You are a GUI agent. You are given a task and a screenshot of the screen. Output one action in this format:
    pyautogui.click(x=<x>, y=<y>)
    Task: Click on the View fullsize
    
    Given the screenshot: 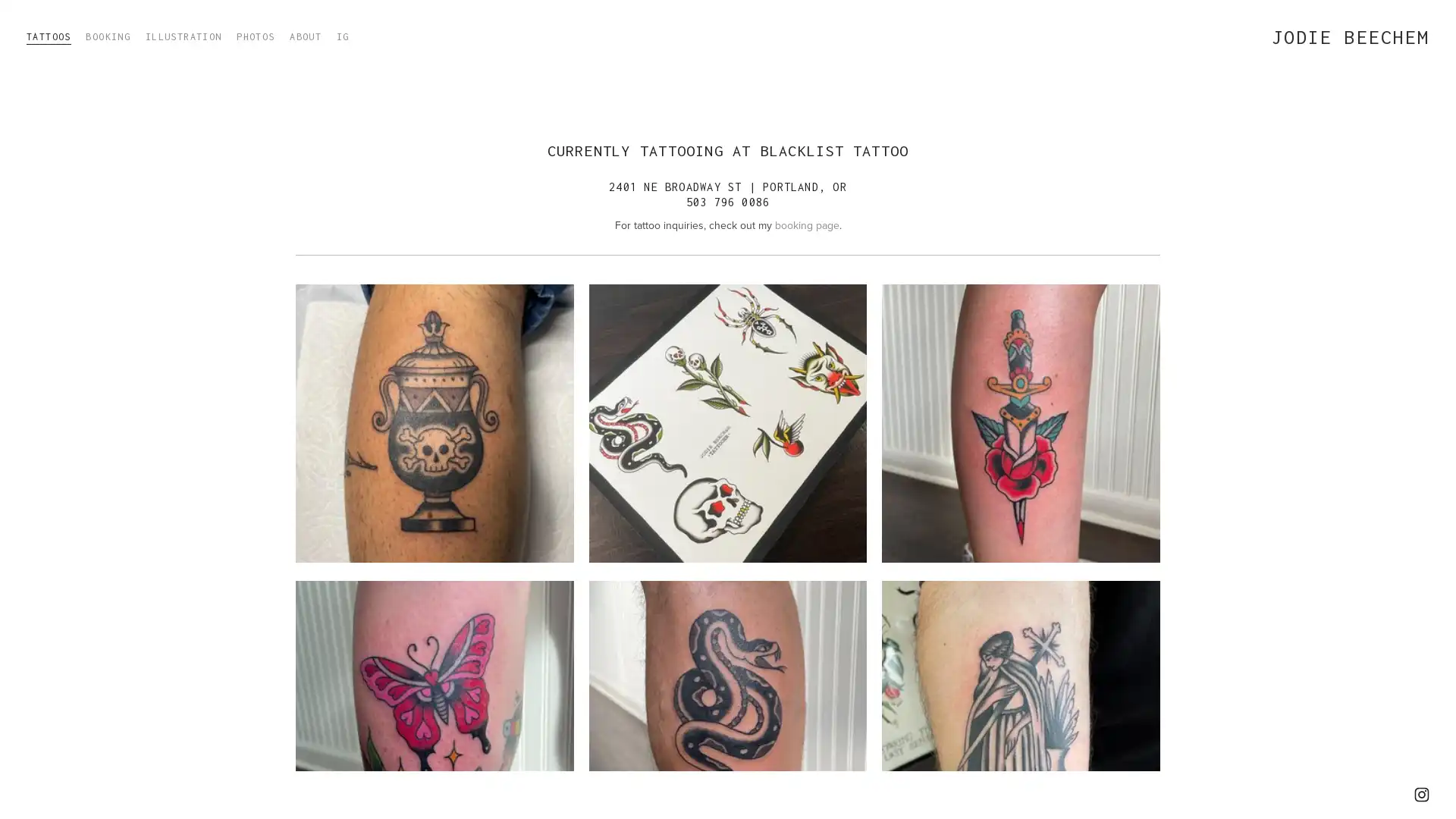 What is the action you would take?
    pyautogui.click(x=1020, y=423)
    